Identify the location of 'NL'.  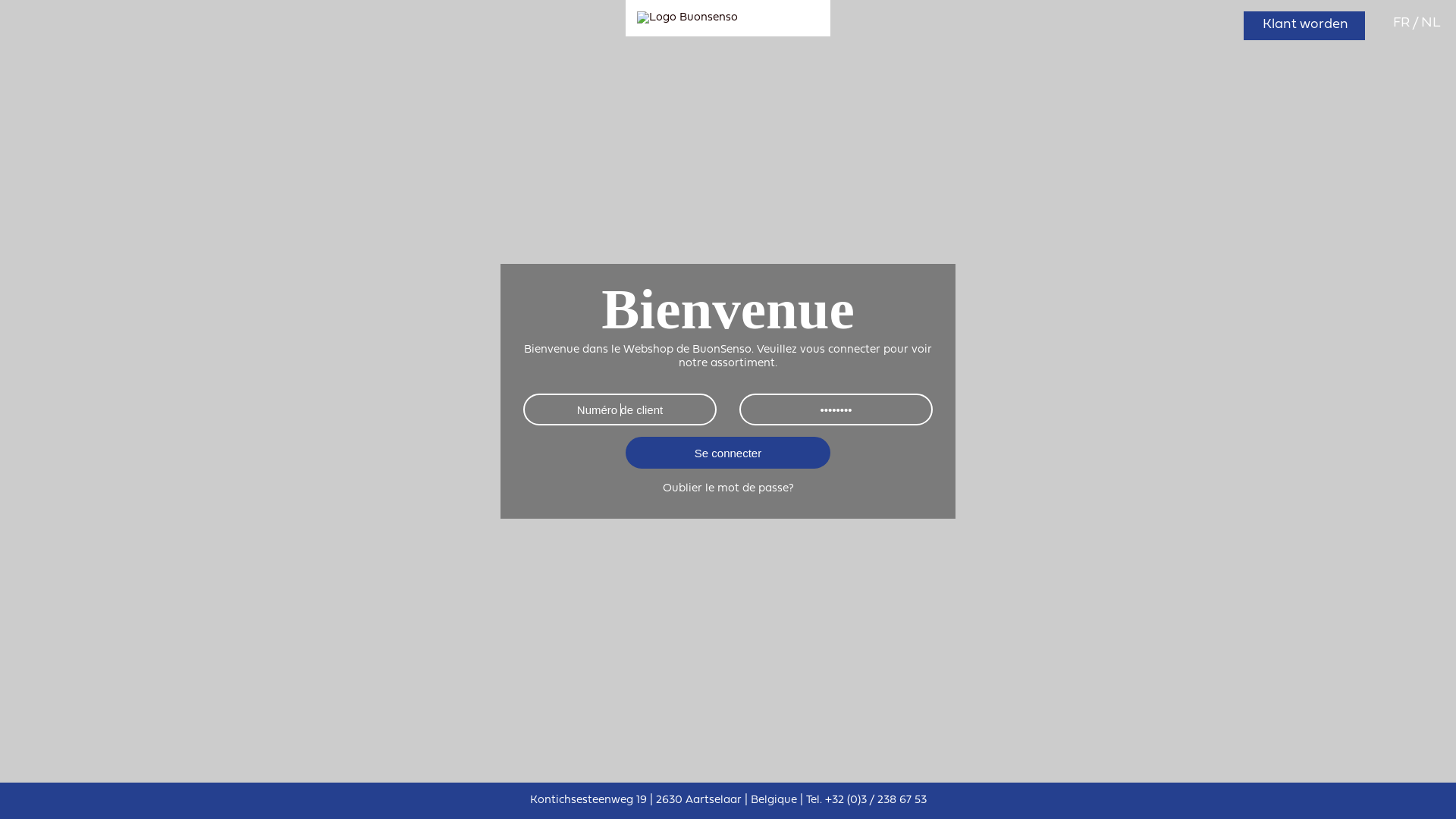
(1429, 23).